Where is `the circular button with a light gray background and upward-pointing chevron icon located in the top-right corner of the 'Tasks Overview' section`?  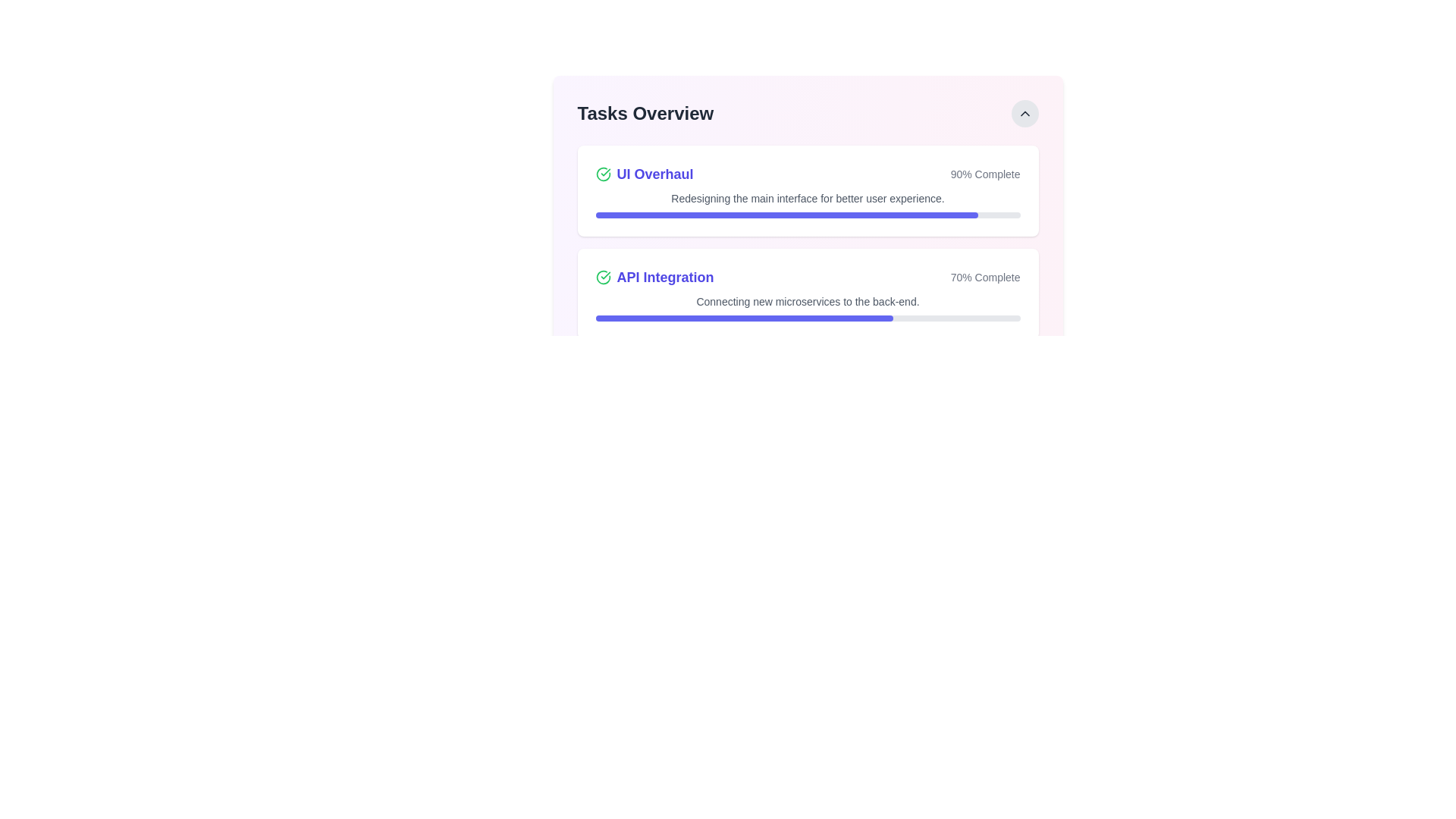
the circular button with a light gray background and upward-pointing chevron icon located in the top-right corner of the 'Tasks Overview' section is located at coordinates (1025, 113).